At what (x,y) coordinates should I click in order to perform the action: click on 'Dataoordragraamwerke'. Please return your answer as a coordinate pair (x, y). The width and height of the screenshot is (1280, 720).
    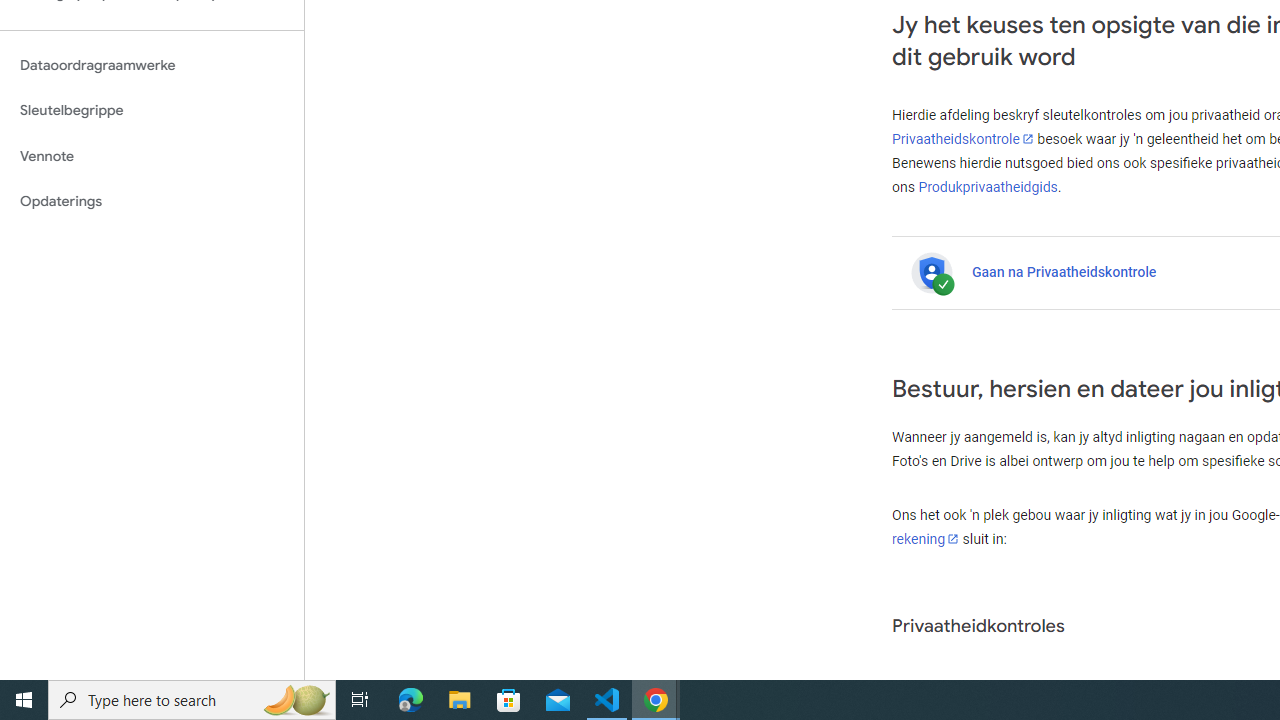
    Looking at the image, I should click on (151, 64).